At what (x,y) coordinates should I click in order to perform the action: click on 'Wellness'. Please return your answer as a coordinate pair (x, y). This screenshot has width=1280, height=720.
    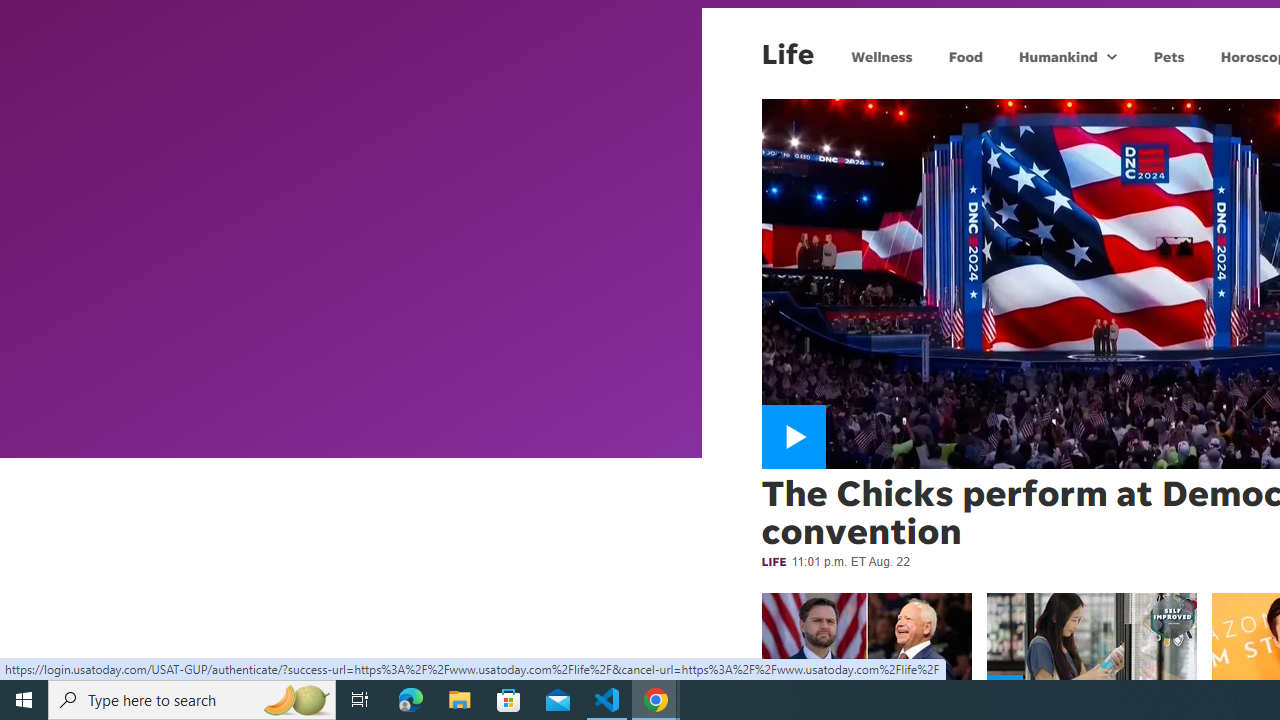
    Looking at the image, I should click on (880, 55).